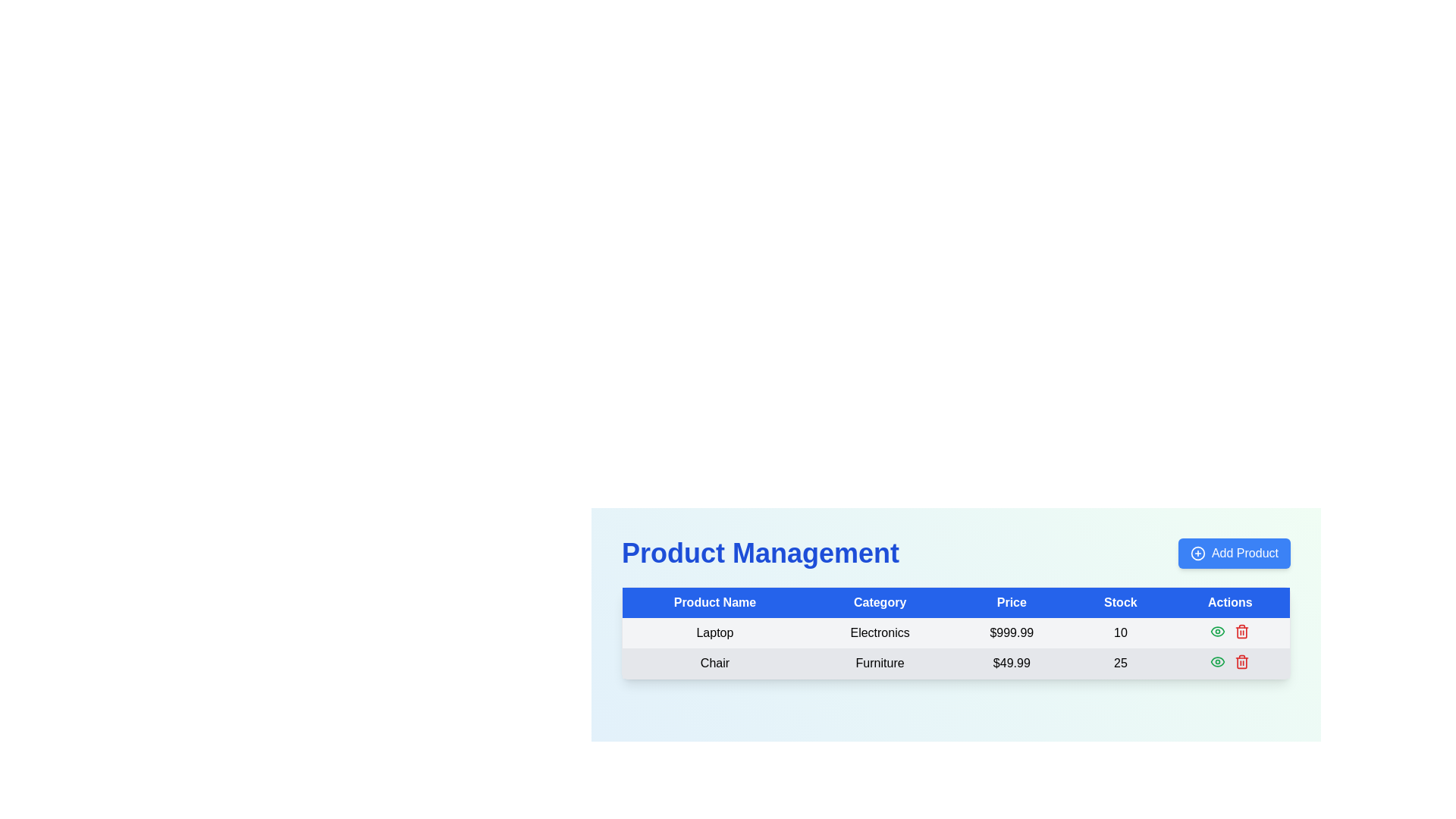  What do you see at coordinates (1012, 632) in the screenshot?
I see `the static text displaying the price of the product 'Laptop' in the 'Product Management' table, which is located in the third cell under the 'Price' column` at bounding box center [1012, 632].